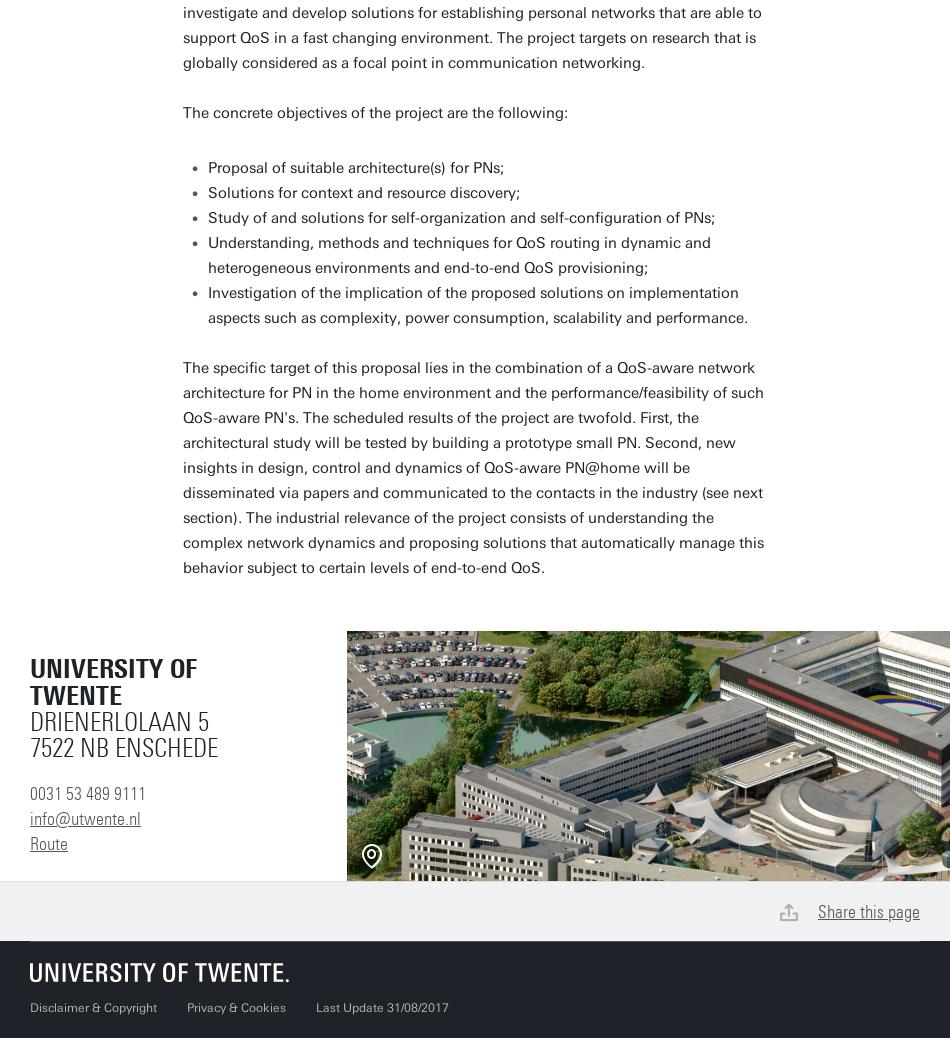  Describe the element at coordinates (478, 305) in the screenshot. I see `'Investigation of the implication of the proposed solutions on implementation aspects such as complexity, power consumption, scalability and performance.'` at that location.